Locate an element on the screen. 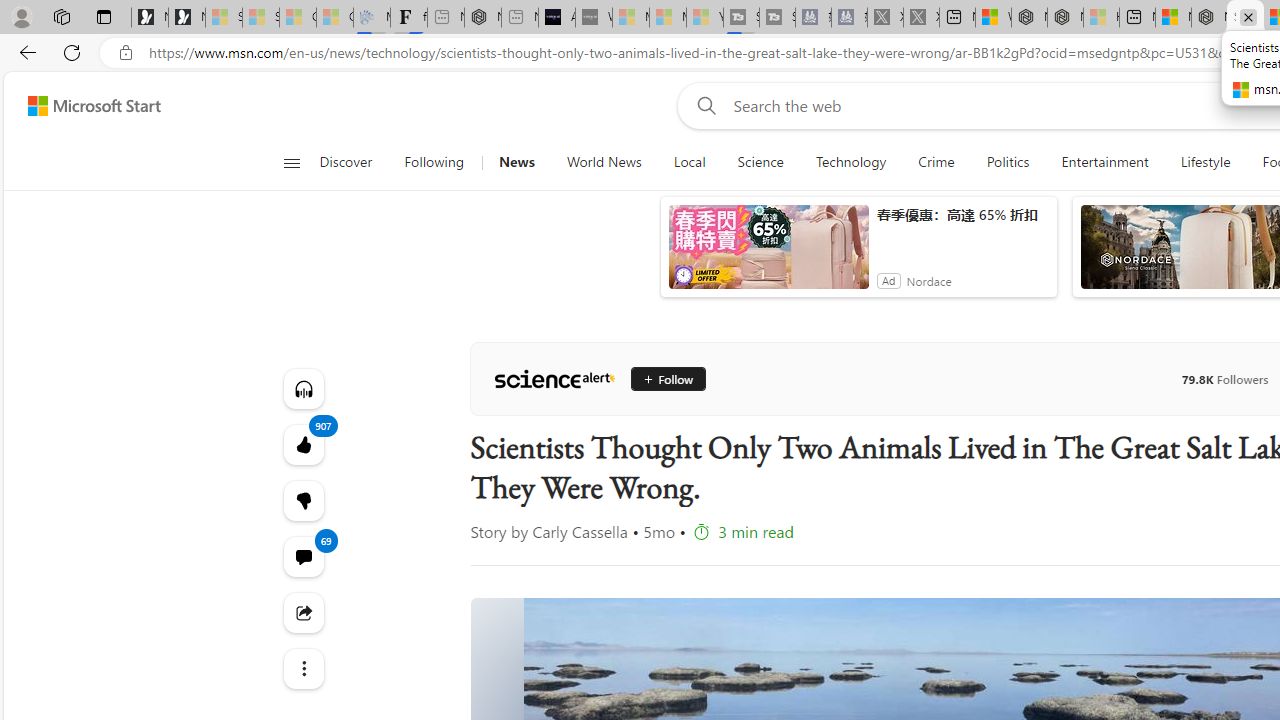  'Entertainment' is located at coordinates (1104, 162).